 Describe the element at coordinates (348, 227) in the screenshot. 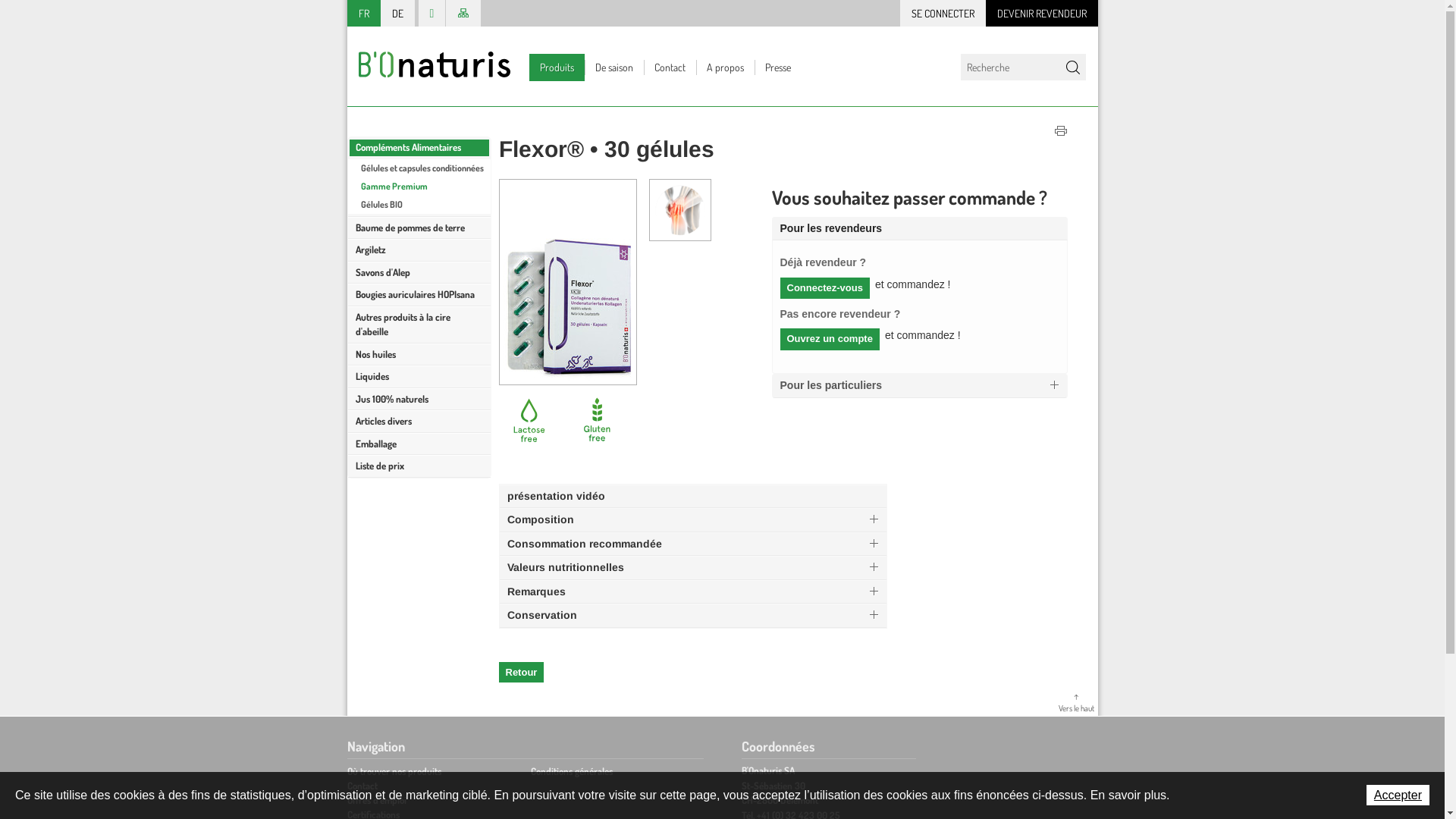

I see `'Baume de pommes de terre'` at that location.